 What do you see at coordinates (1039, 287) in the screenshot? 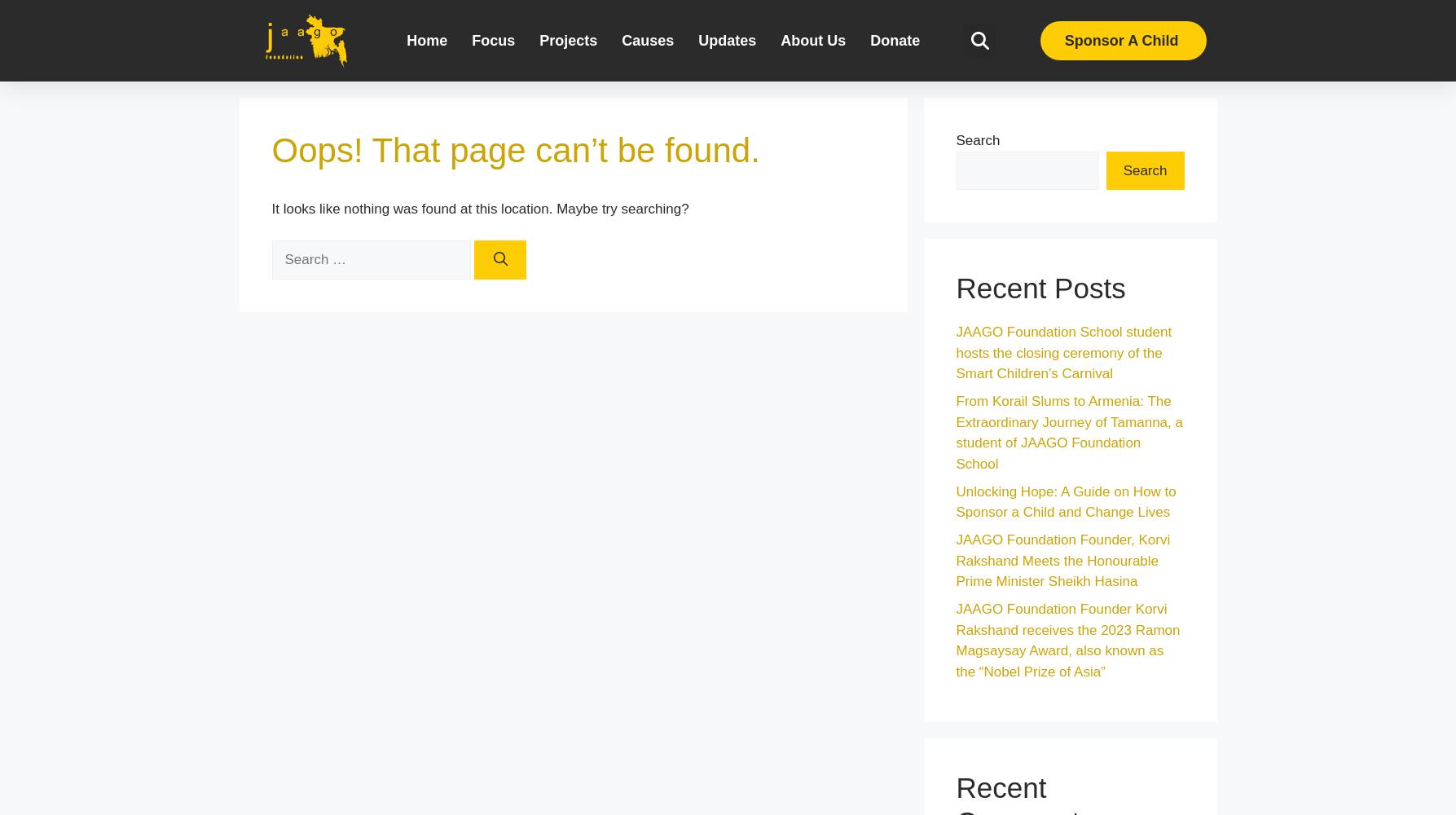
I see `'Recent Posts'` at bounding box center [1039, 287].